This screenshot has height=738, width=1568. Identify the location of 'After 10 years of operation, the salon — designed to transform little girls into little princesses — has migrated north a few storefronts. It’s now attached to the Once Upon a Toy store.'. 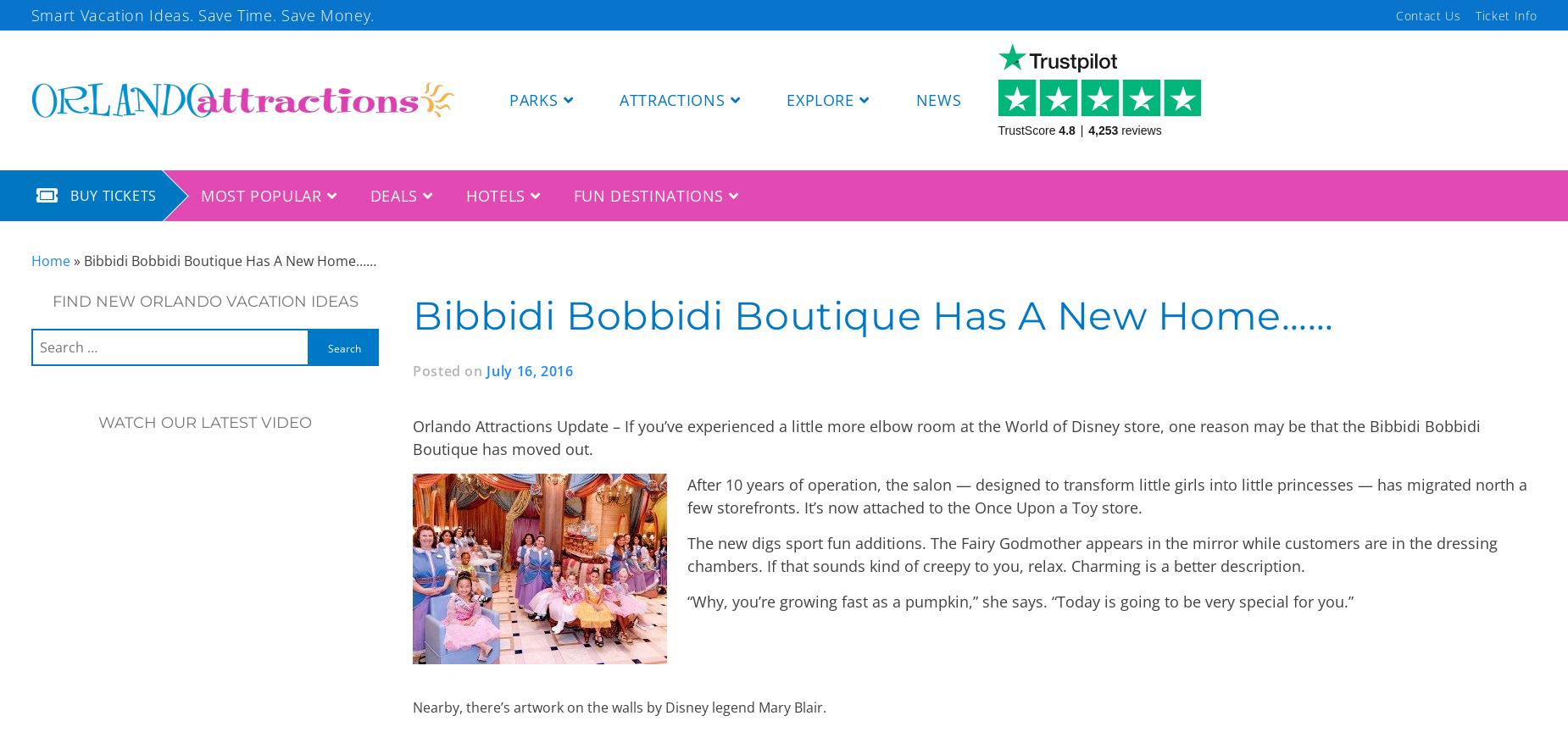
(1106, 495).